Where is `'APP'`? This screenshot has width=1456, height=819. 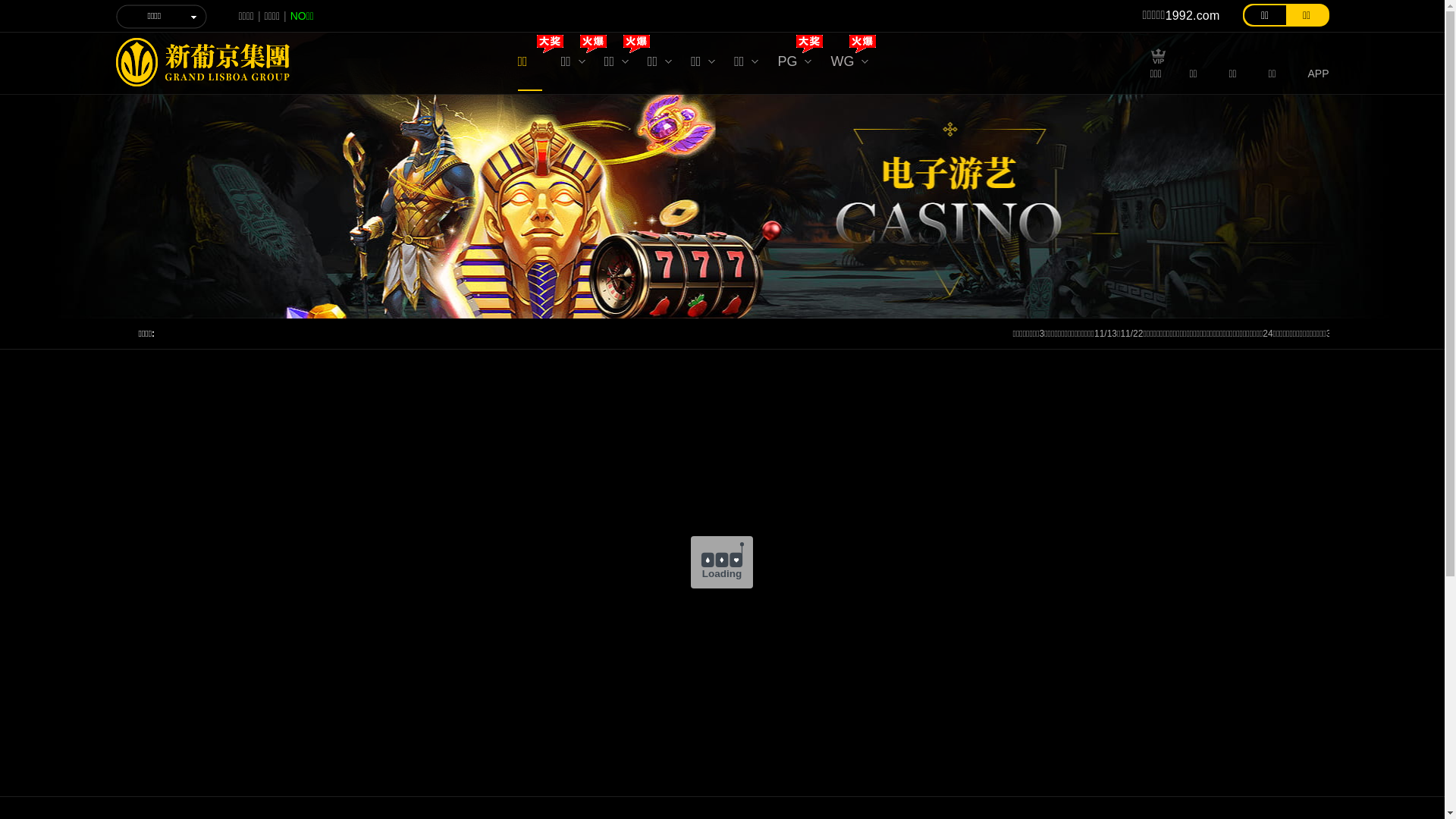
'APP' is located at coordinates (1306, 71).